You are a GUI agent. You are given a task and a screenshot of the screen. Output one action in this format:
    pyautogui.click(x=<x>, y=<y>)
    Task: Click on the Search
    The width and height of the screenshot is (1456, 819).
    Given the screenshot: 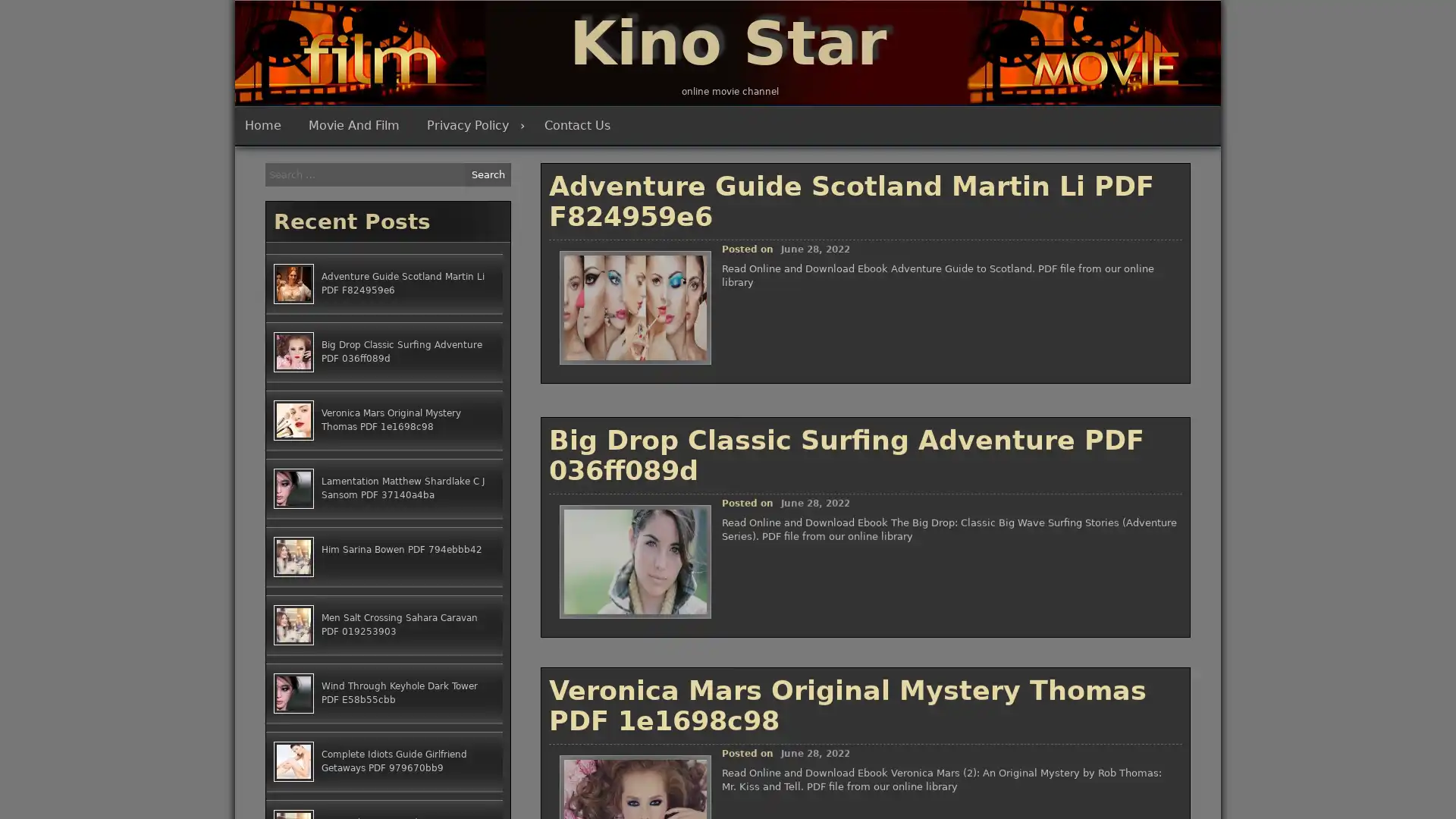 What is the action you would take?
    pyautogui.click(x=488, y=174)
    